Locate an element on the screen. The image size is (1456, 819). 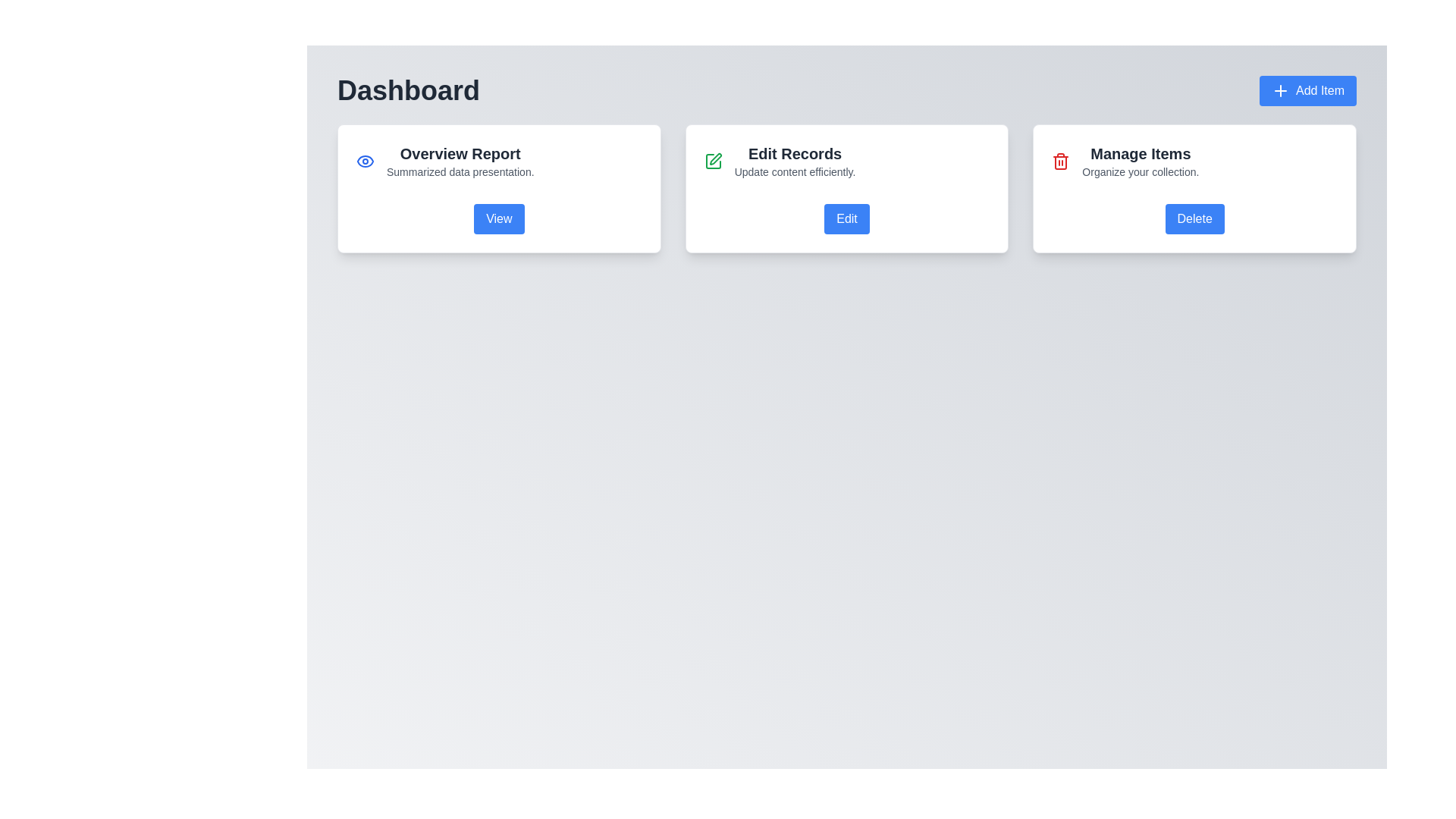
the text label displaying 'Update content efficiently.' which is located below the 'Edit Records' title and above the 'Edit' button is located at coordinates (794, 171).